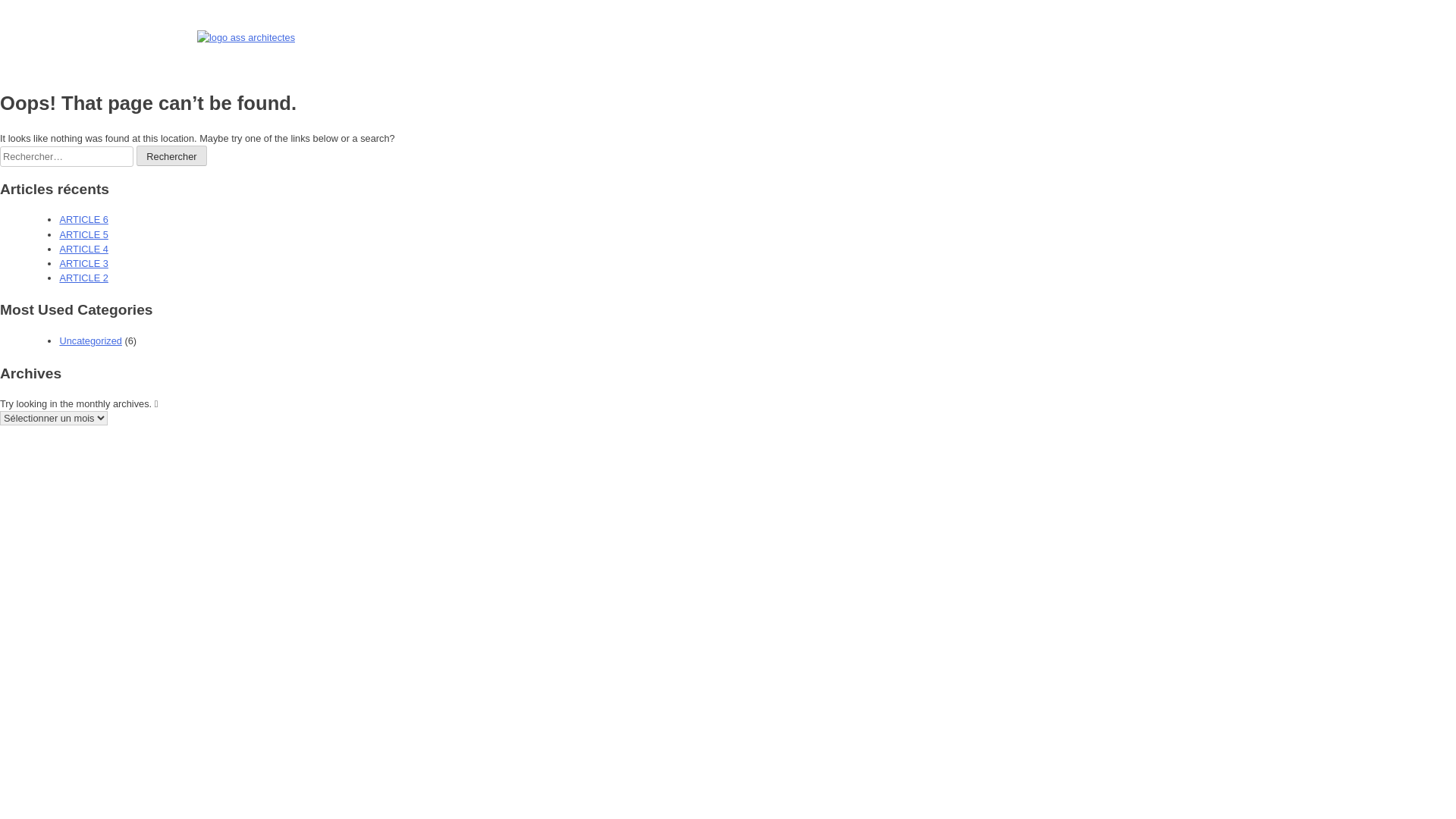  I want to click on 'ARTICLE 2', so click(83, 278).